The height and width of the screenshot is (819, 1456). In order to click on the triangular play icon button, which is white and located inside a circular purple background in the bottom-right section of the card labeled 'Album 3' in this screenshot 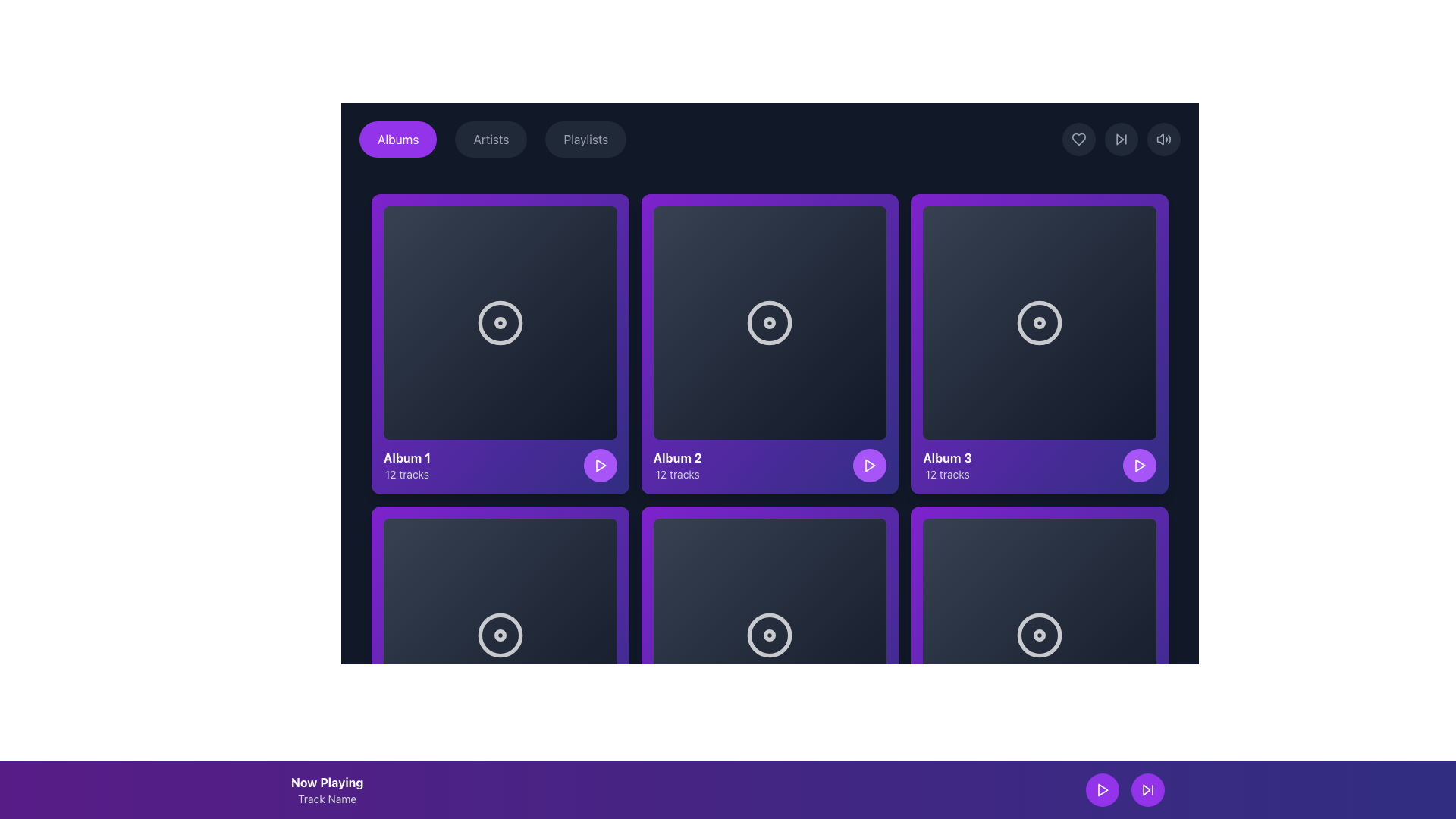, I will do `click(1139, 464)`.